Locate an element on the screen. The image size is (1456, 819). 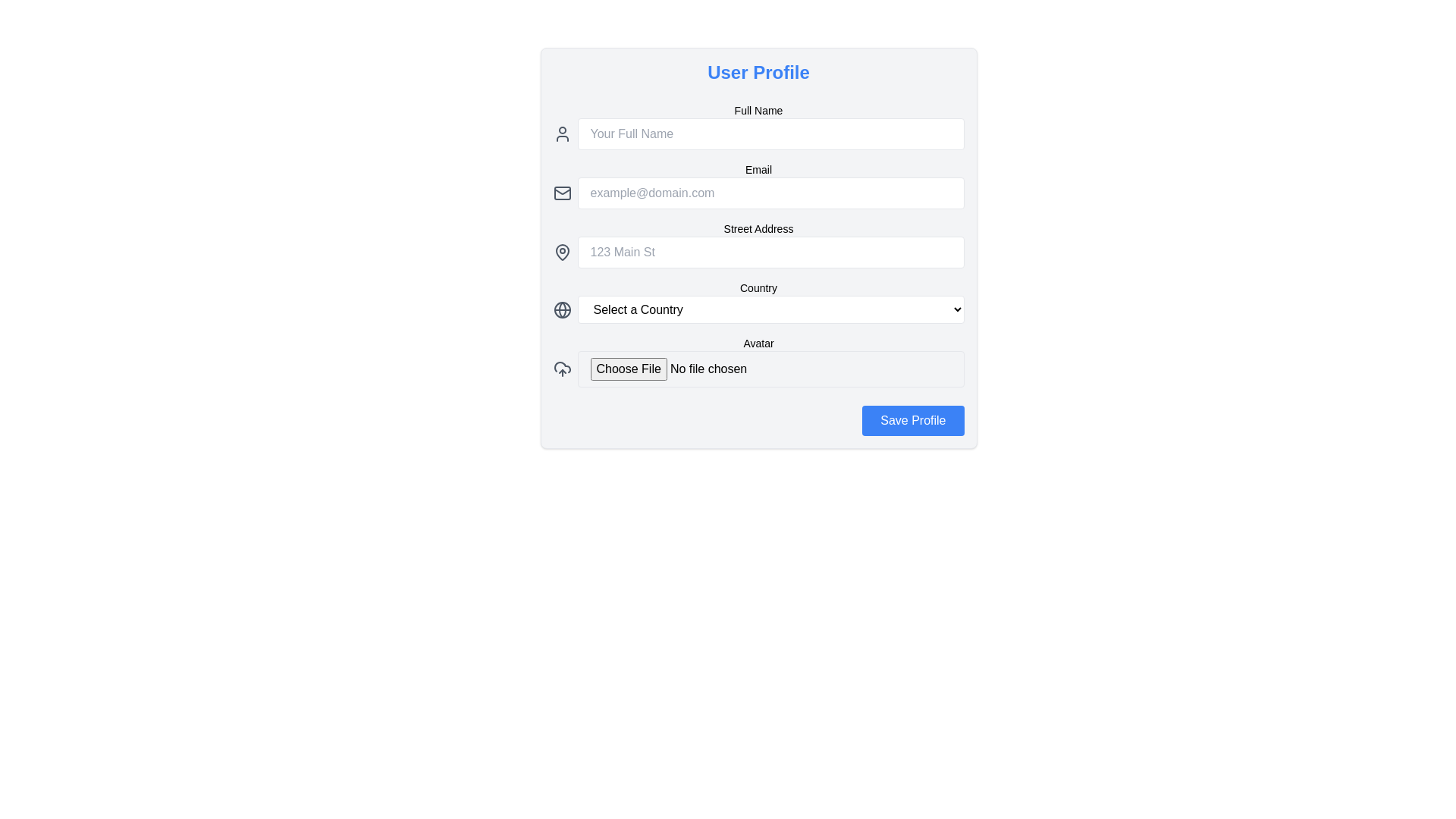
the Static Text element that serves as the title of the user profile form, located at the top center of the form, above the fields for 'Full Name' and 'Email' is located at coordinates (758, 73).